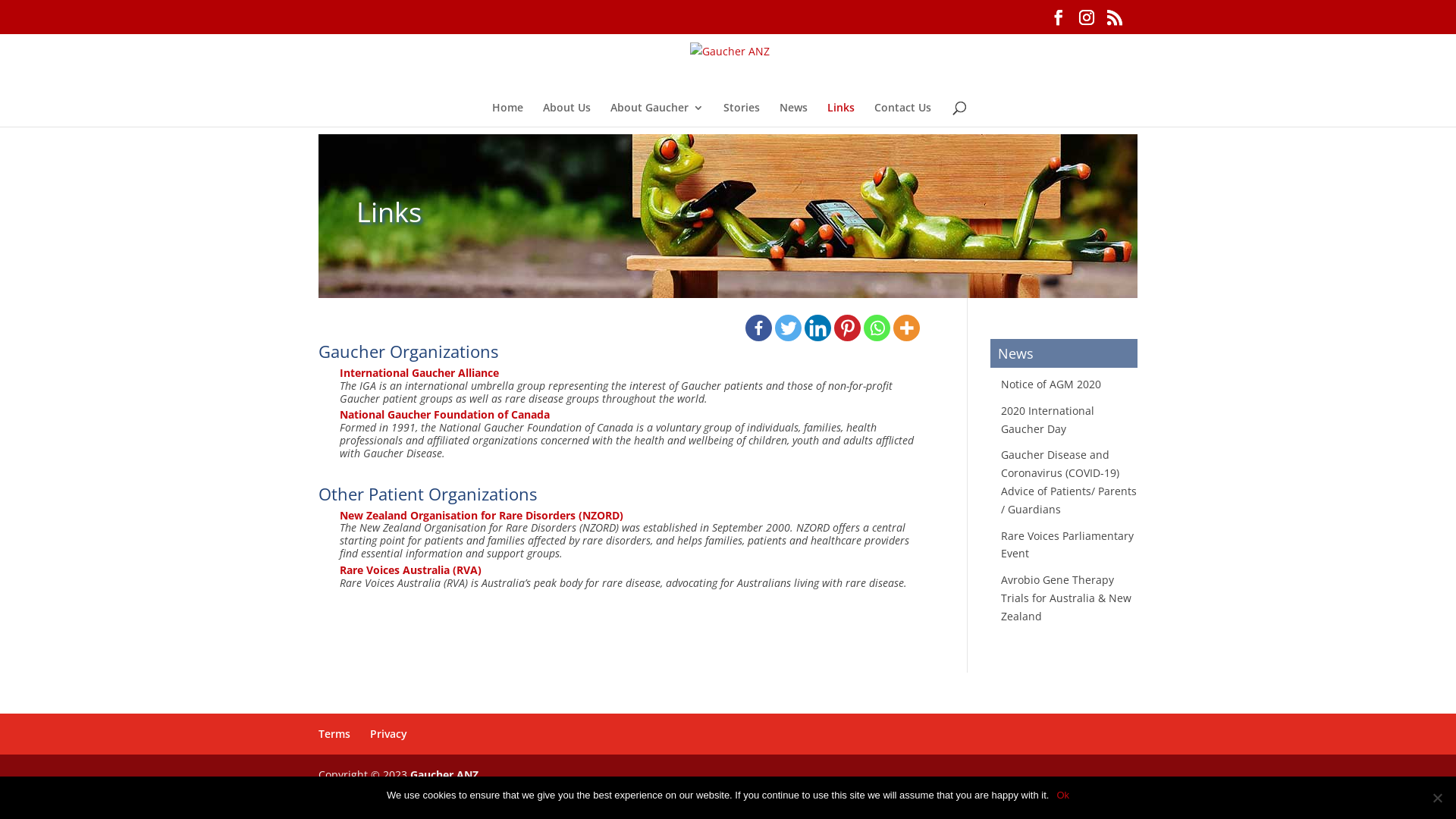 Image resolution: width=1456 pixels, height=819 pixels. I want to click on 'Rare Voices Australia (RVA)', so click(410, 570).